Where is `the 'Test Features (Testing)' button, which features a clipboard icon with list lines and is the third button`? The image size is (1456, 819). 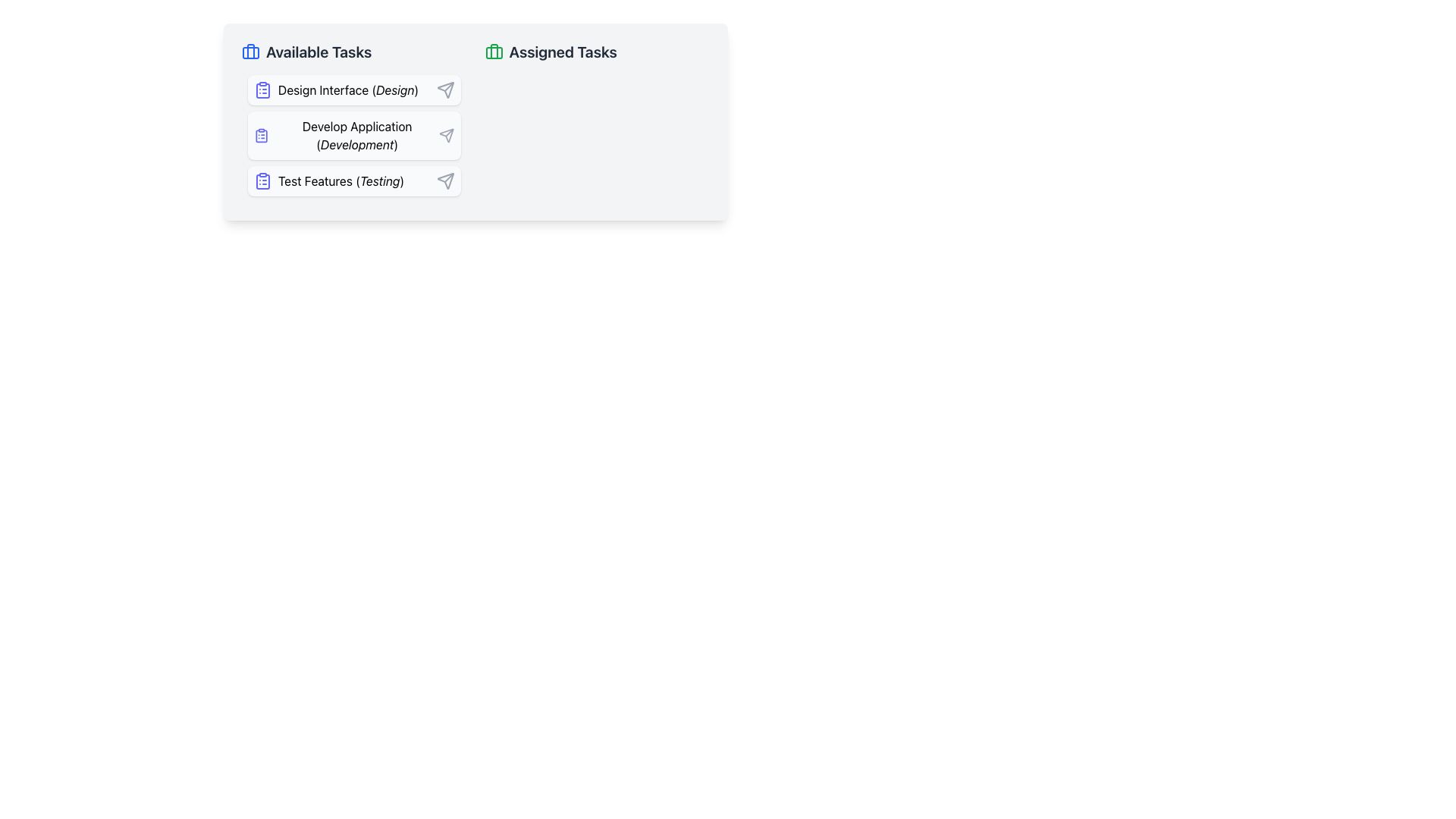 the 'Test Features (Testing)' button, which features a clipboard icon with list lines and is the third button is located at coordinates (328, 180).